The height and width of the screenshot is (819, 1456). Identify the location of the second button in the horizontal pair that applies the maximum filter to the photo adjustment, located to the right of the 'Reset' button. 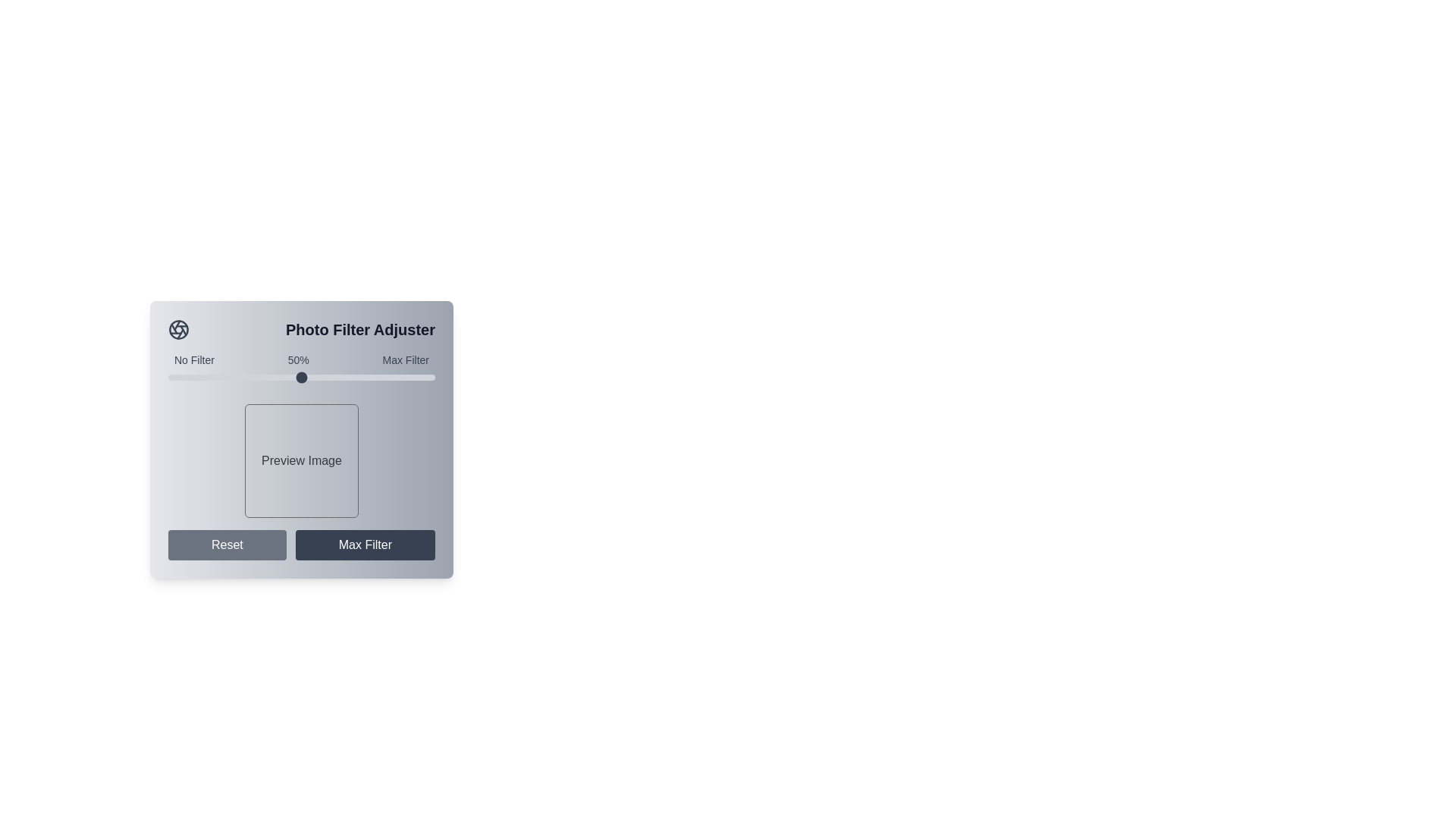
(365, 544).